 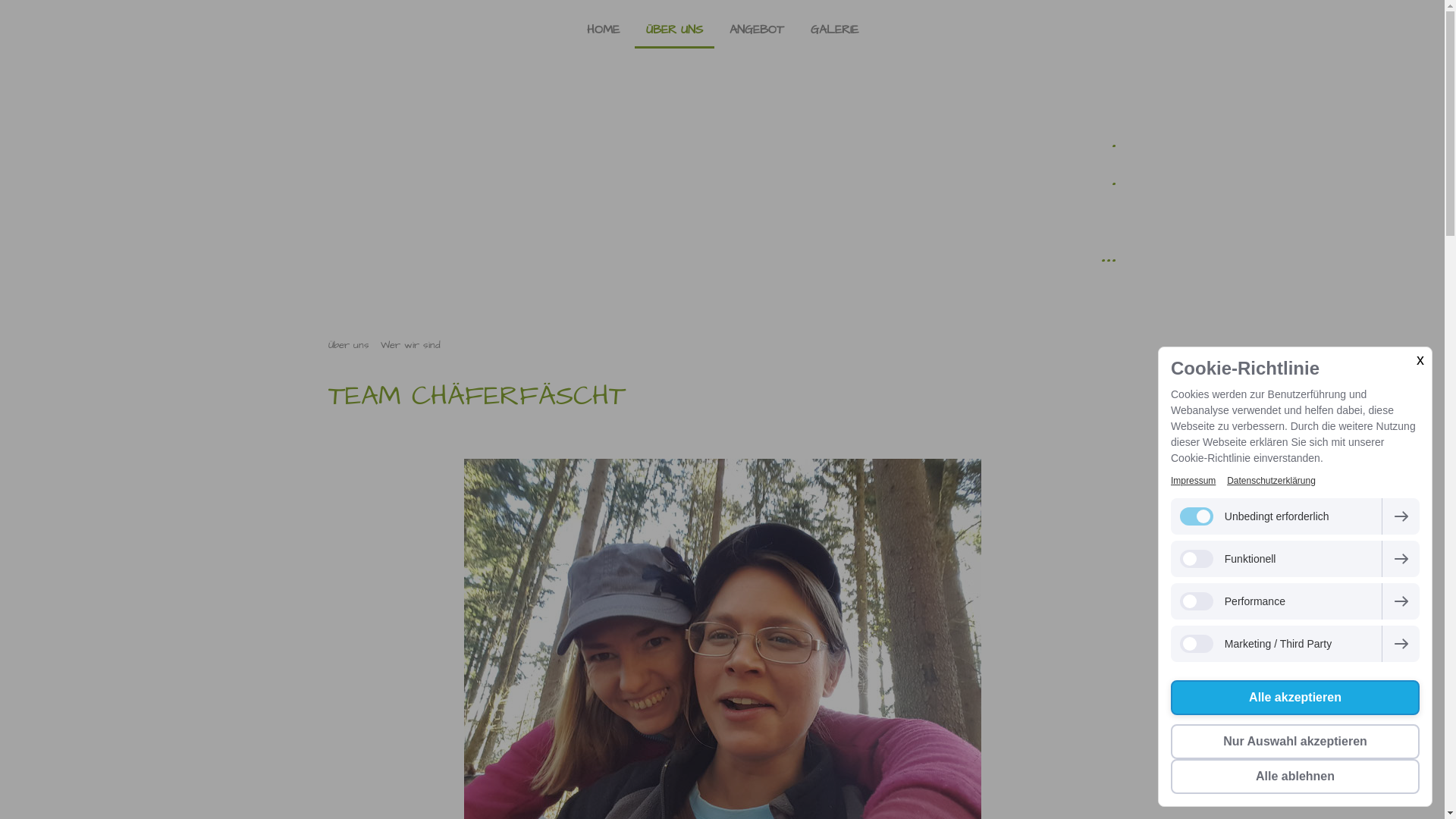 What do you see at coordinates (601, 30) in the screenshot?
I see `'HOME'` at bounding box center [601, 30].